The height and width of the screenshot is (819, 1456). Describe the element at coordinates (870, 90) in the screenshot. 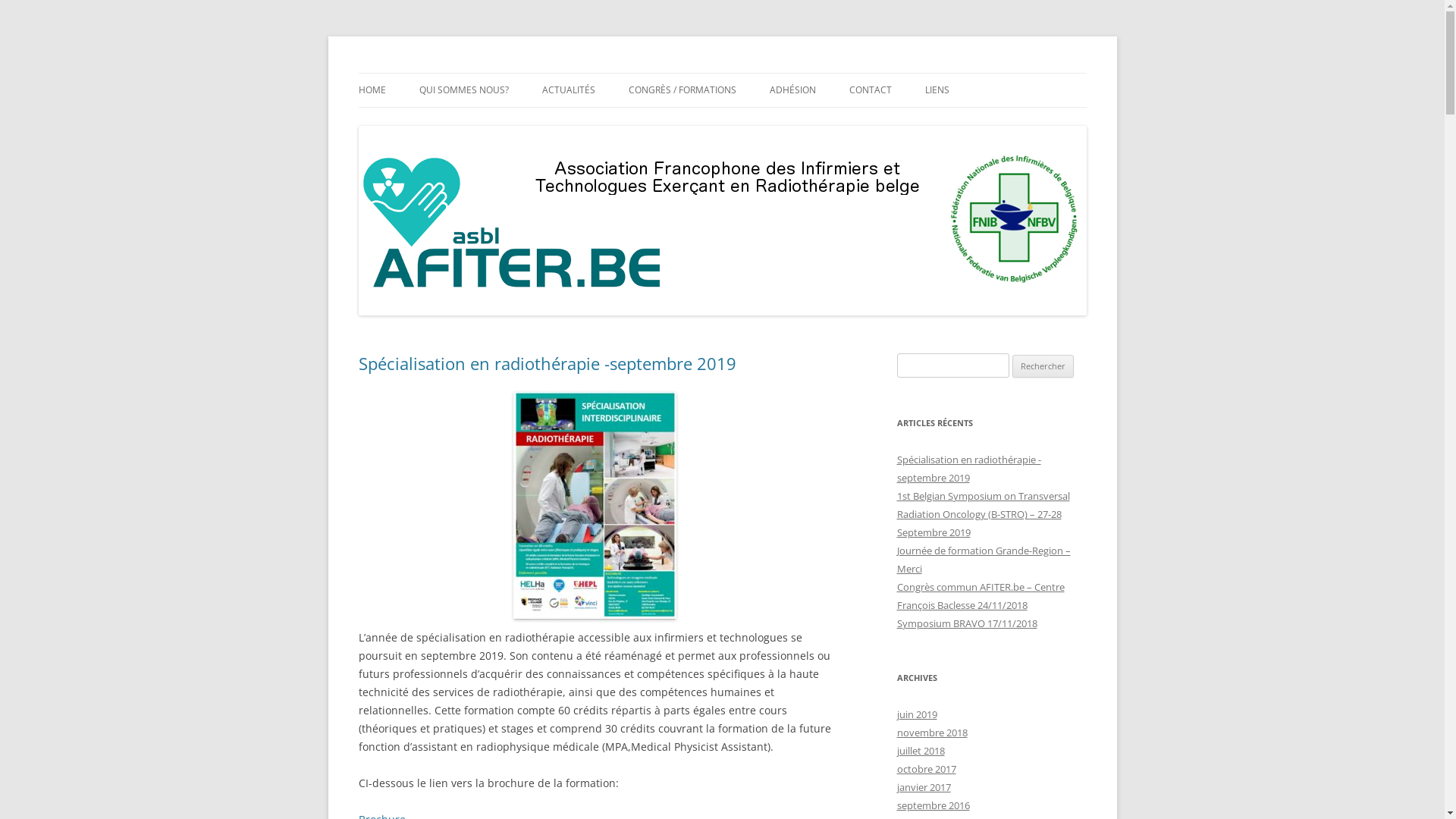

I see `'CONTACT'` at that location.